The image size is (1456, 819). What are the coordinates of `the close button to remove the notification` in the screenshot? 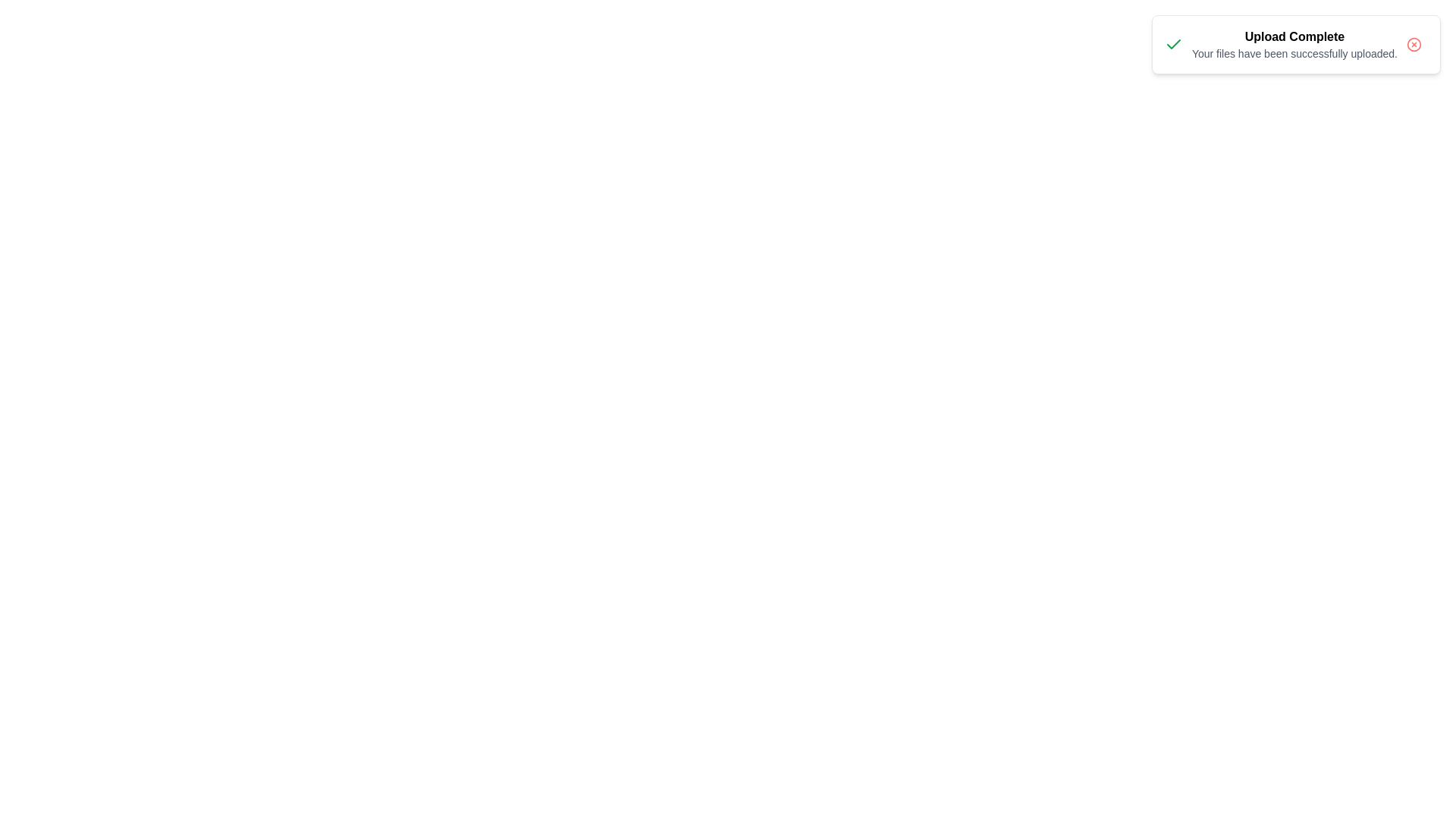 It's located at (1414, 43).